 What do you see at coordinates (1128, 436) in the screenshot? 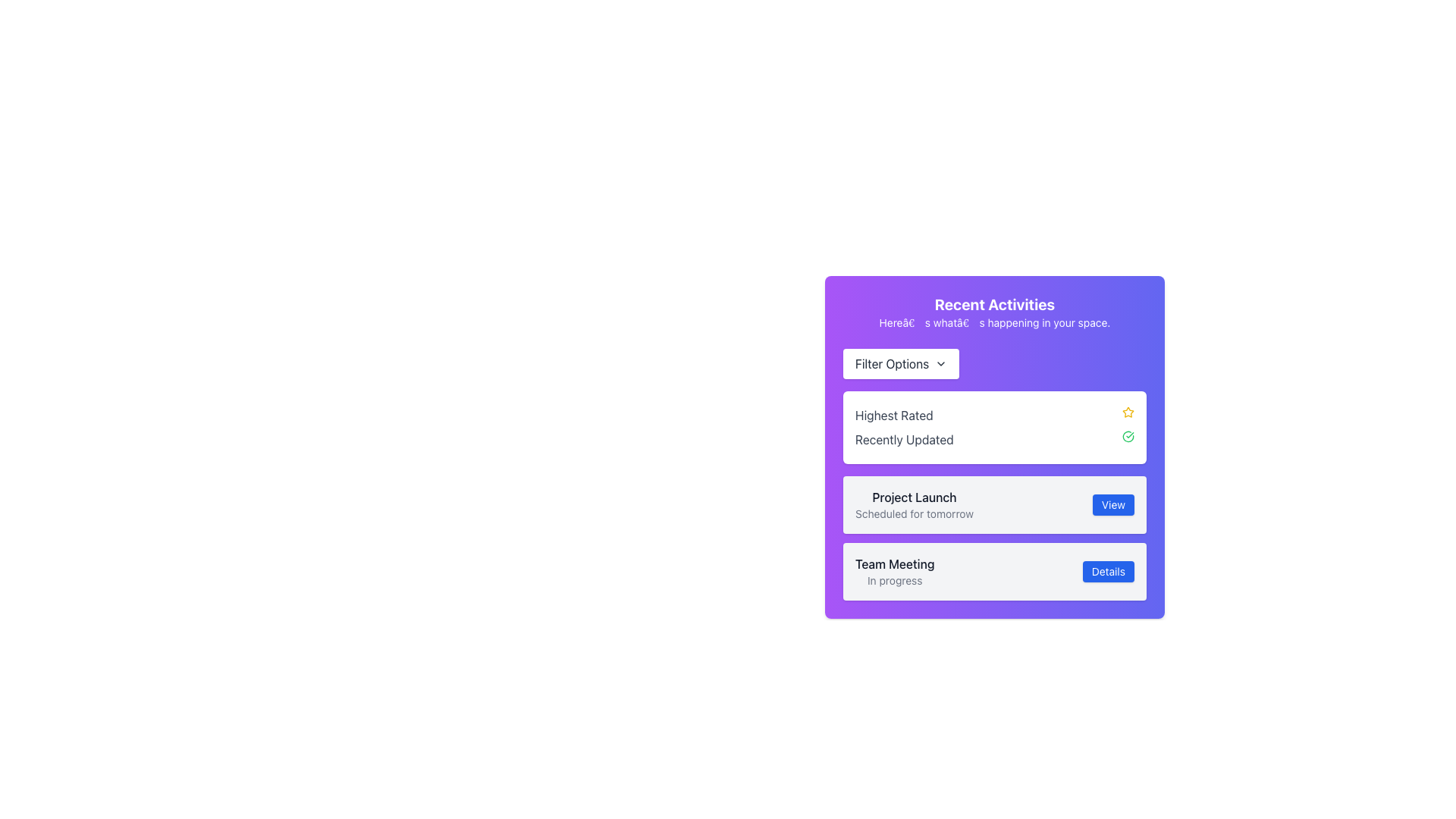
I see `the circular green-stroke vector graphic icon located at the top-right corner of the 'Highest Rated' card in the 'Recent Activities' section` at bounding box center [1128, 436].